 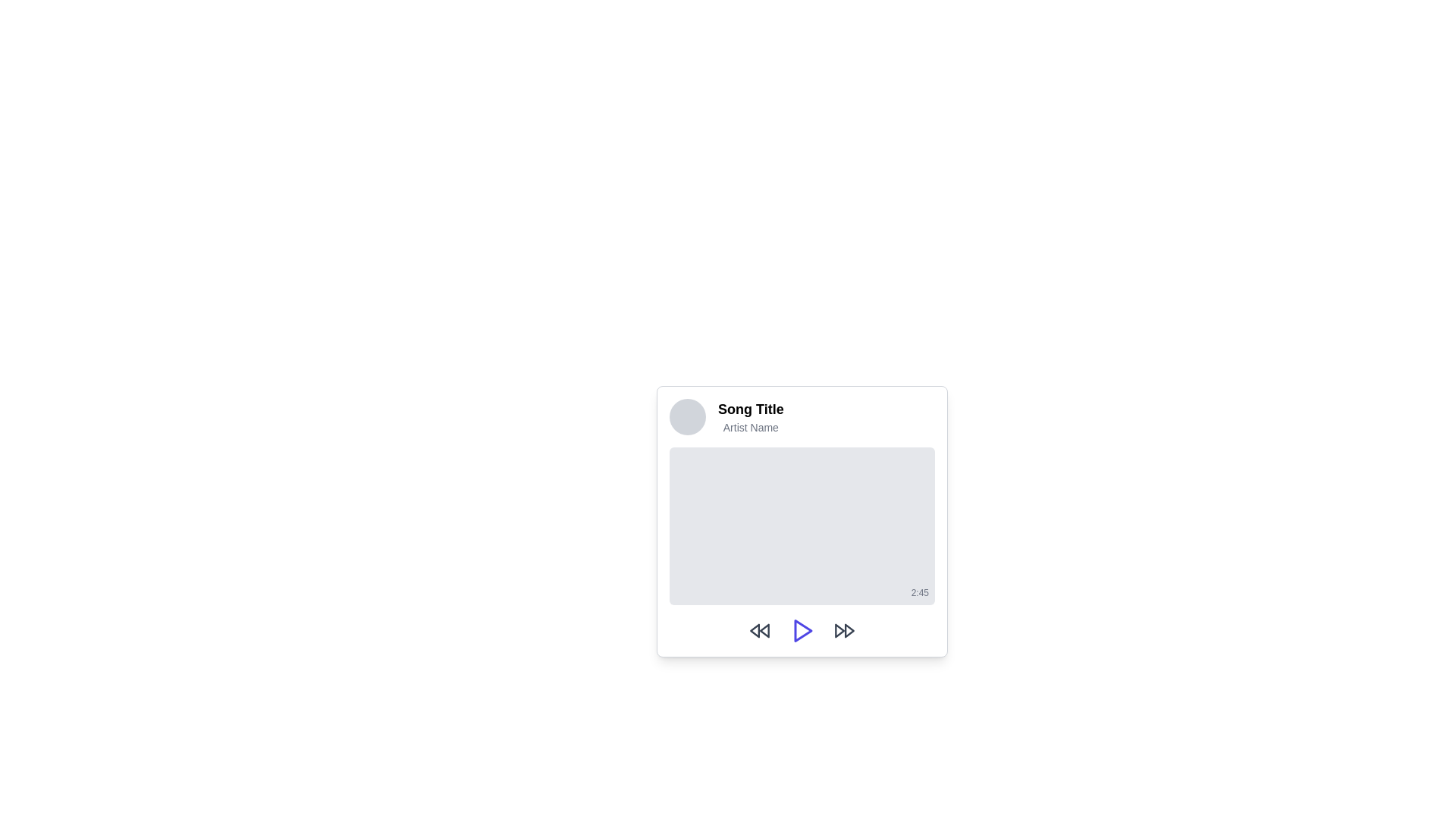 I want to click on the triangular play button icon located in the lower part of the audio control section, so click(x=802, y=631).